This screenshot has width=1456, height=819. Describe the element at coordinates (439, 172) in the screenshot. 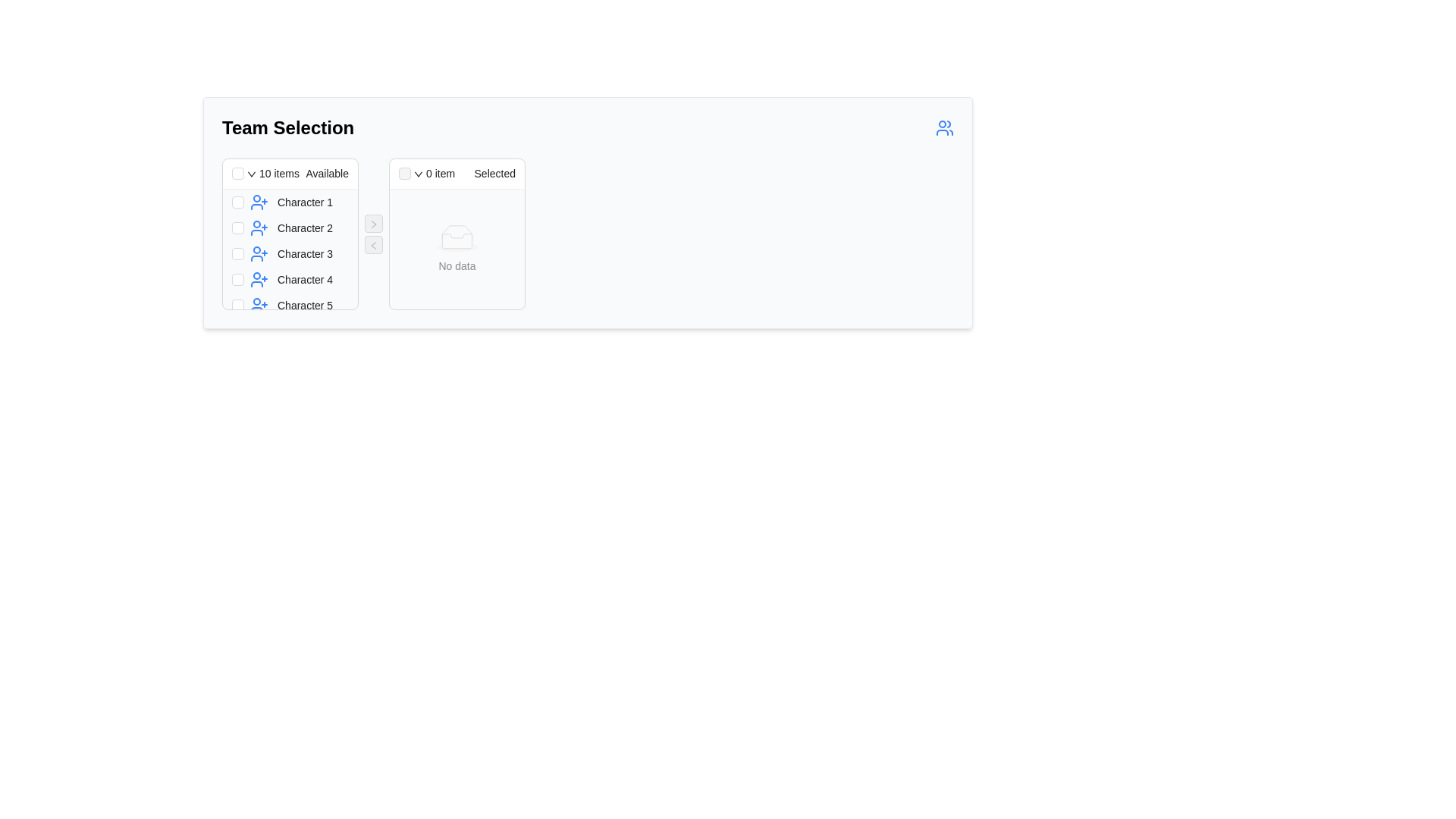

I see `the Text label that indicates the number of items currently selected in the 'Selected' panel of the 'ant-transfer-list-header' component` at that location.